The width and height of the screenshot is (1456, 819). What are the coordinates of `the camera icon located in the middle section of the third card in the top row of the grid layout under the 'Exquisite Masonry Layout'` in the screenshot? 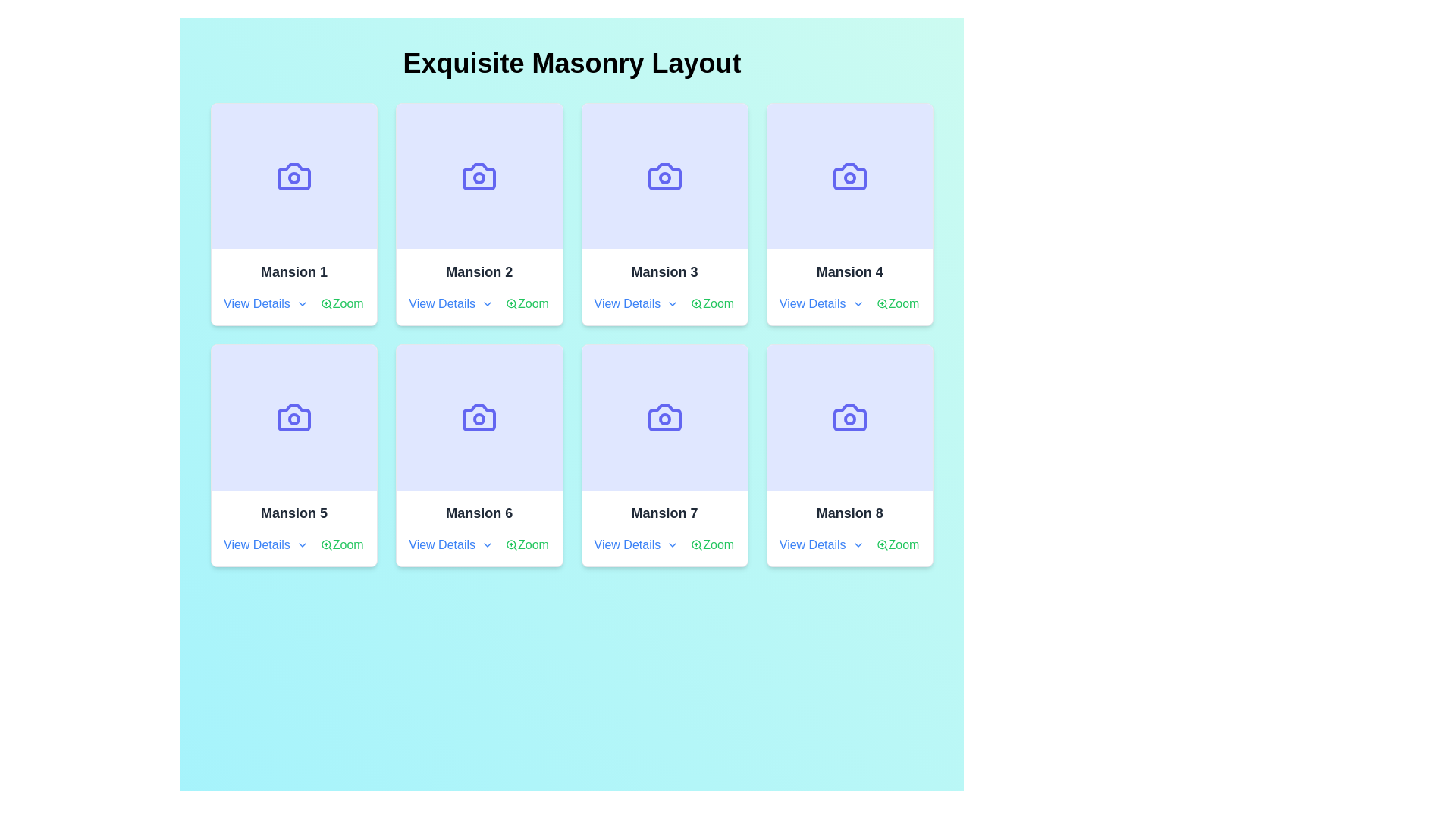 It's located at (664, 175).